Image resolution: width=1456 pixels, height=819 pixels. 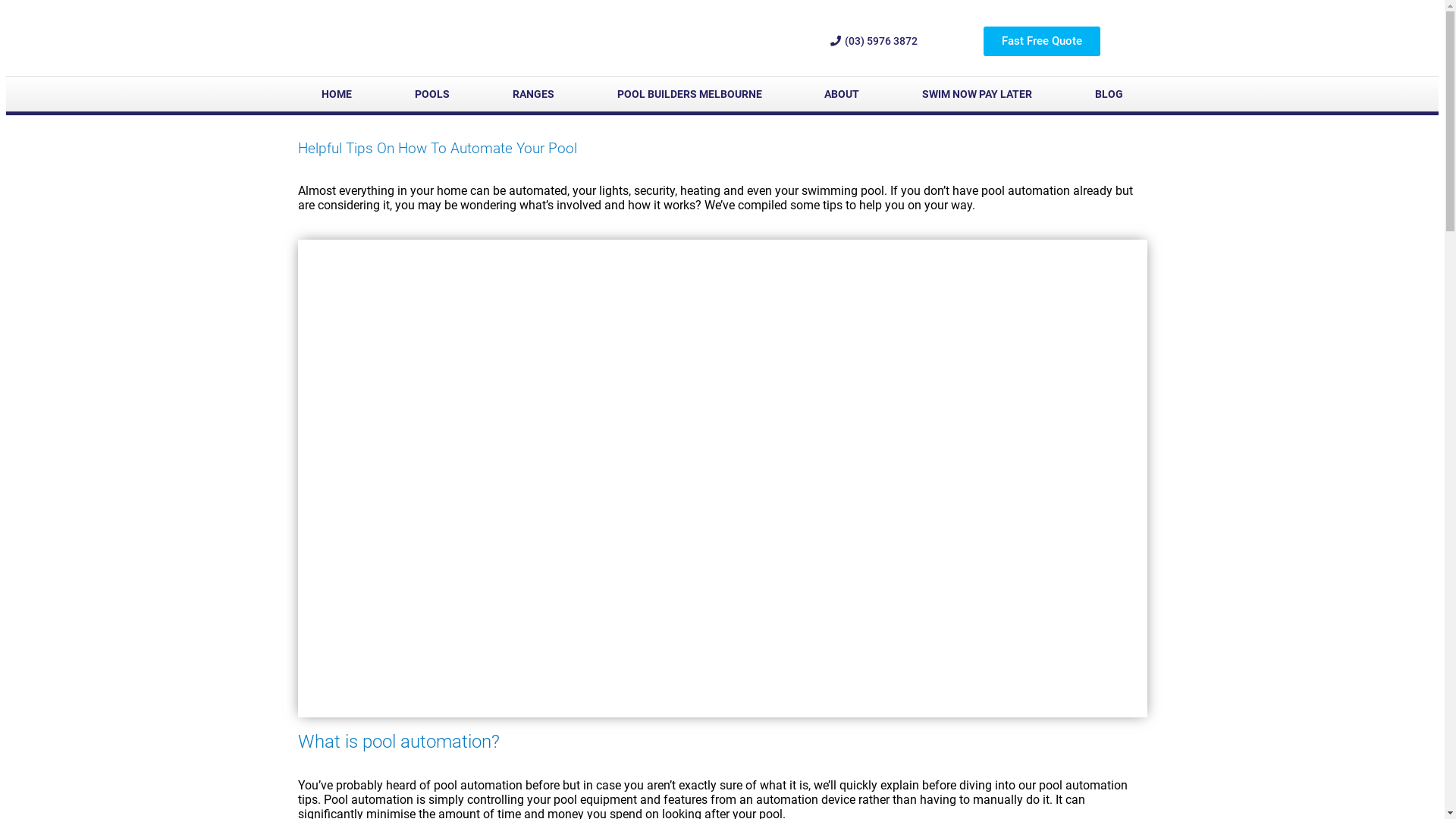 What do you see at coordinates (1040, 40) in the screenshot?
I see `'Fast Free Quote'` at bounding box center [1040, 40].